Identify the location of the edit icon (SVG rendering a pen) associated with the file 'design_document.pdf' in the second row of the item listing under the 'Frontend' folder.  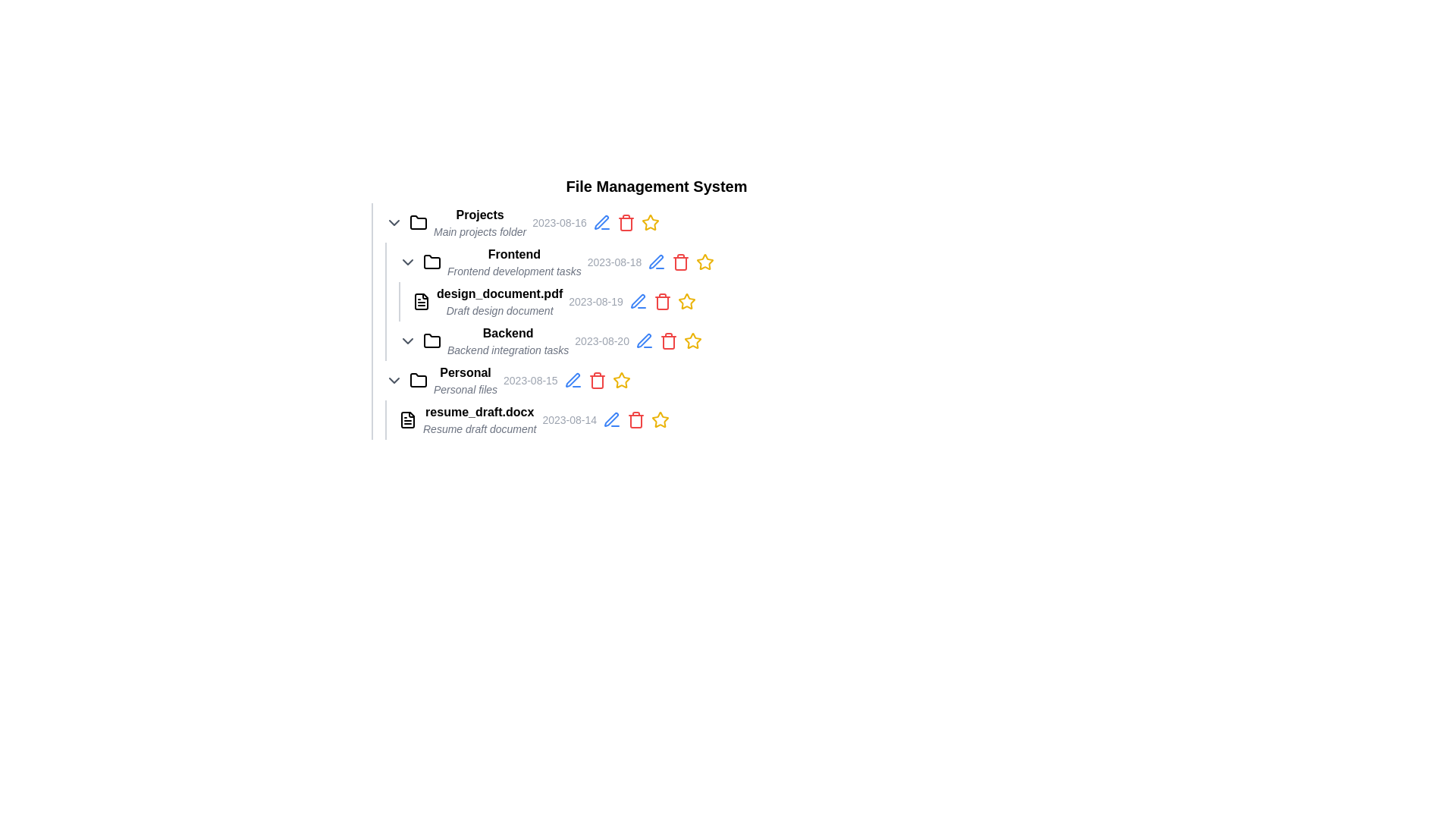
(572, 379).